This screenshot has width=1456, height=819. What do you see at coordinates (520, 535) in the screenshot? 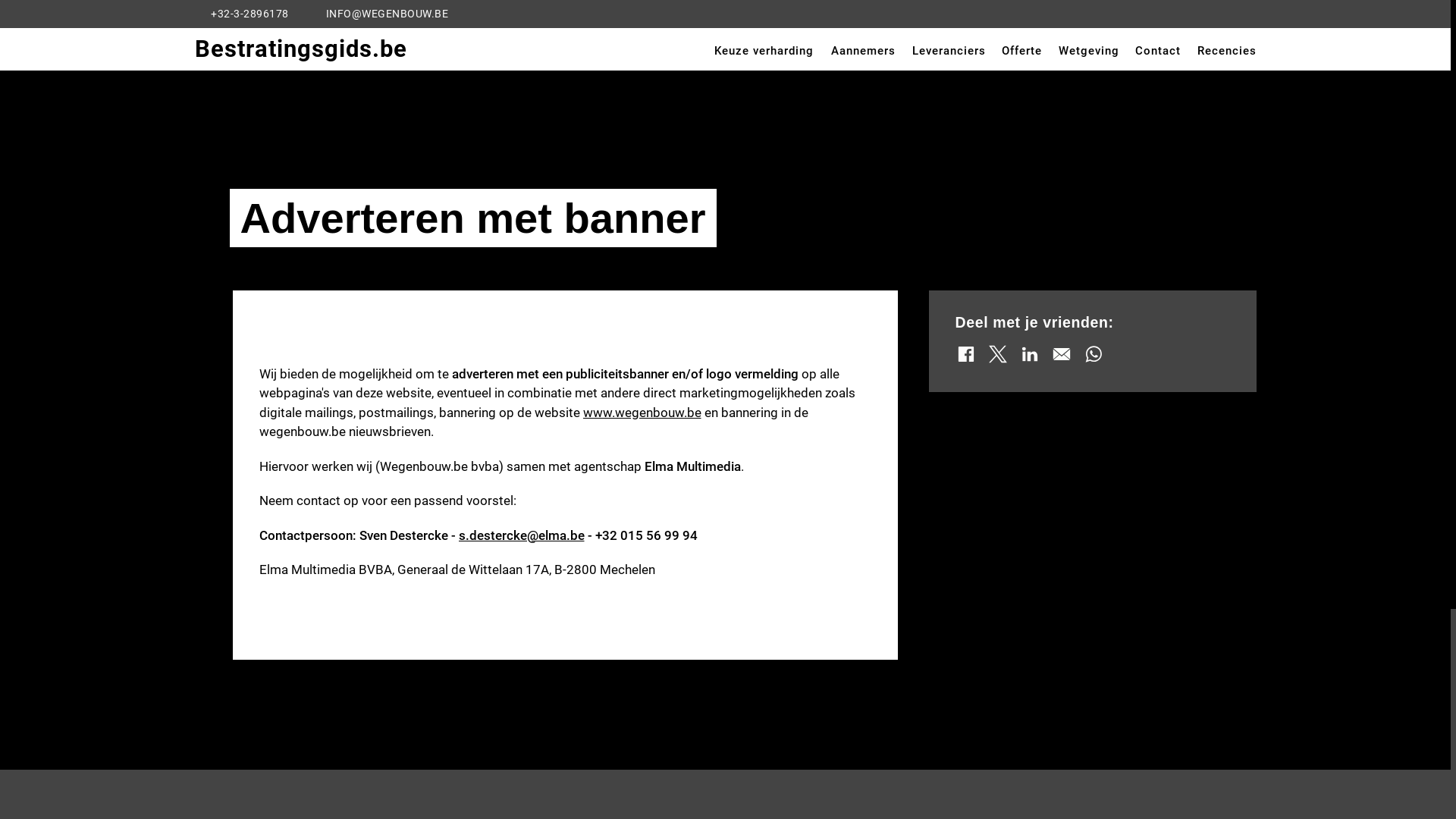
I see `'s.destercke@elma.be'` at bounding box center [520, 535].